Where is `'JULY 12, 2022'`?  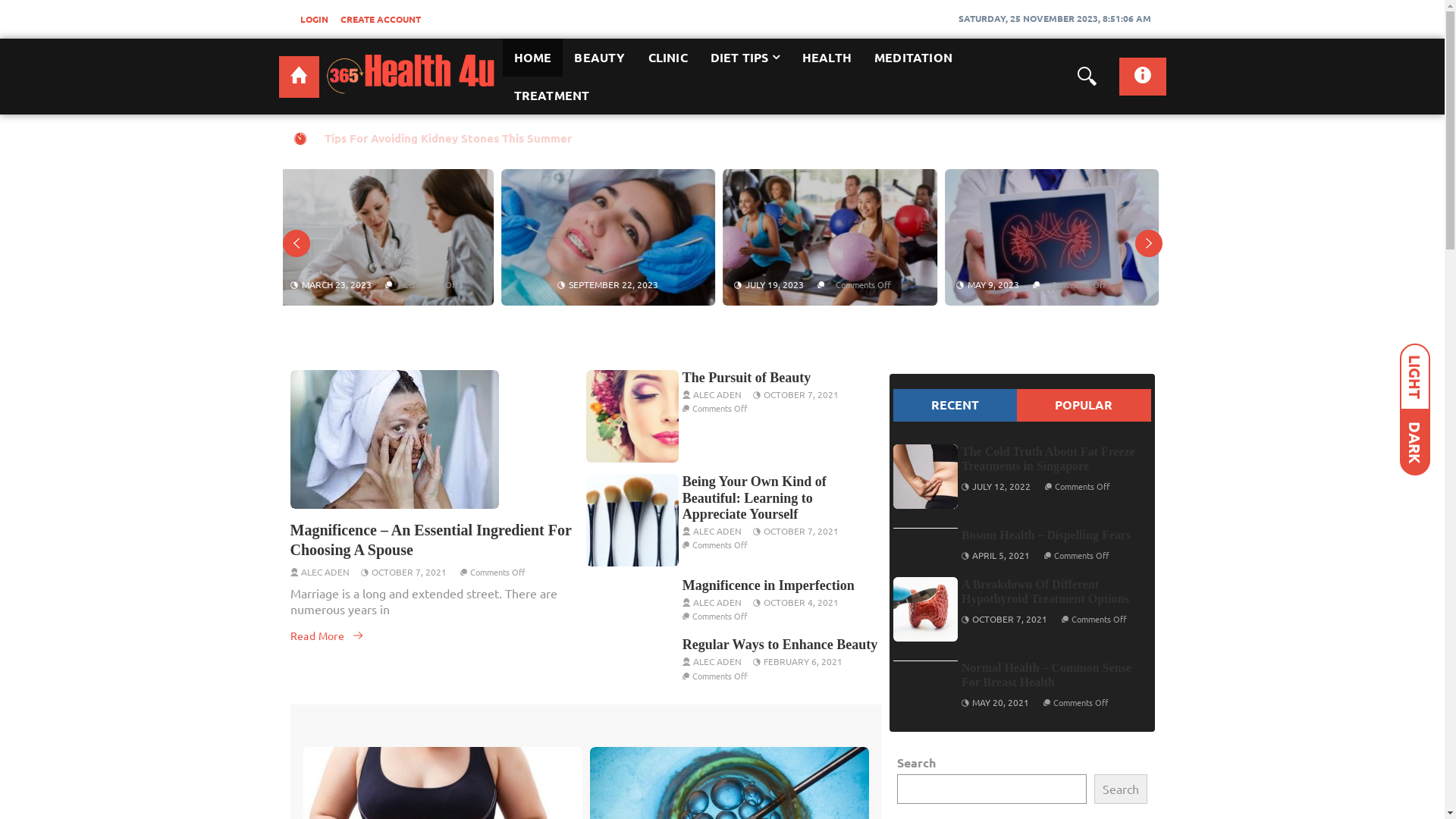
'JULY 12, 2022' is located at coordinates (1001, 485).